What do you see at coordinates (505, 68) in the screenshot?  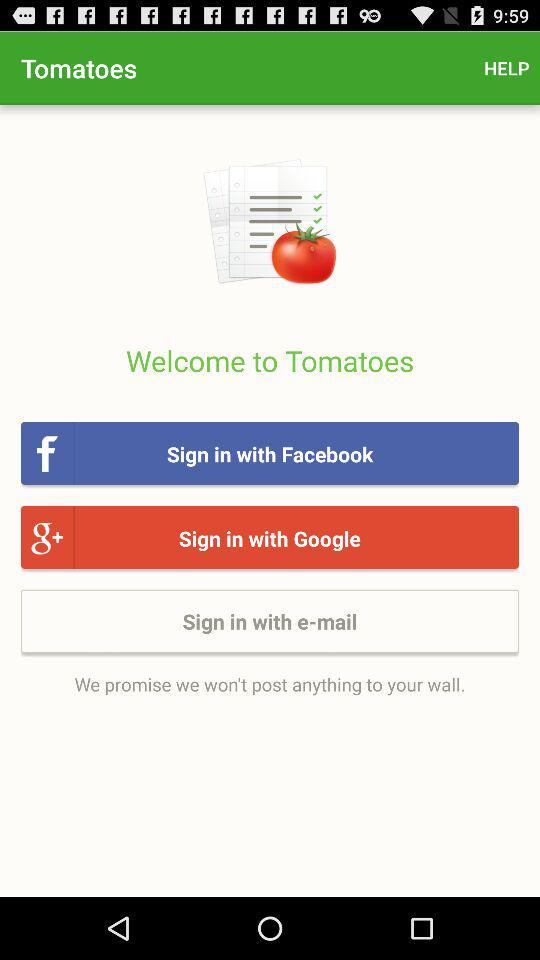 I see `item at the top right corner` at bounding box center [505, 68].